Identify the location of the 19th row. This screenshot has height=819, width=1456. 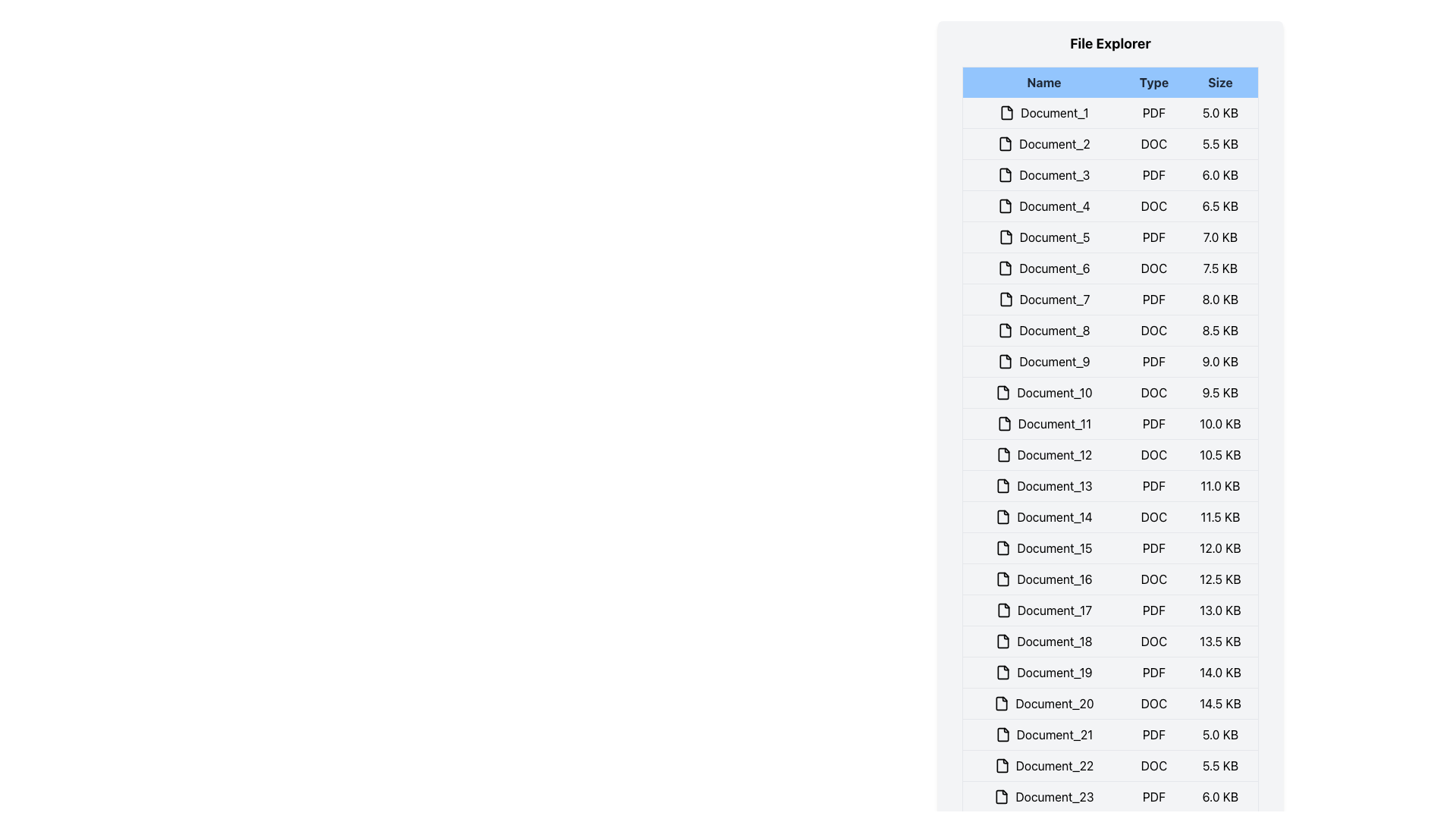
(1110, 672).